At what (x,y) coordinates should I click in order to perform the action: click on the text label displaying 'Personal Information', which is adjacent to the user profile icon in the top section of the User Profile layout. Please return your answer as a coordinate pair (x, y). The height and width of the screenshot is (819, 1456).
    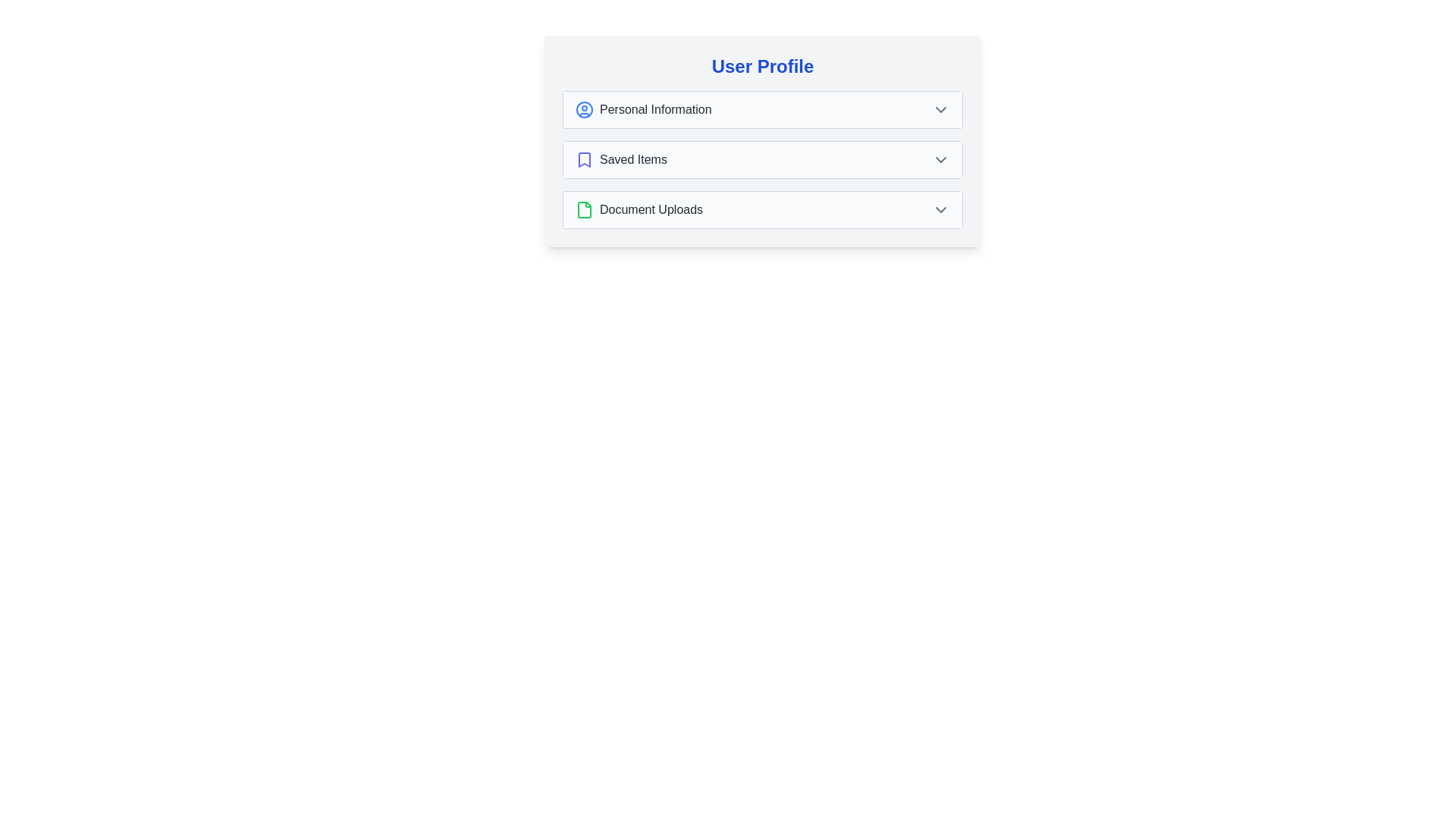
    Looking at the image, I should click on (655, 109).